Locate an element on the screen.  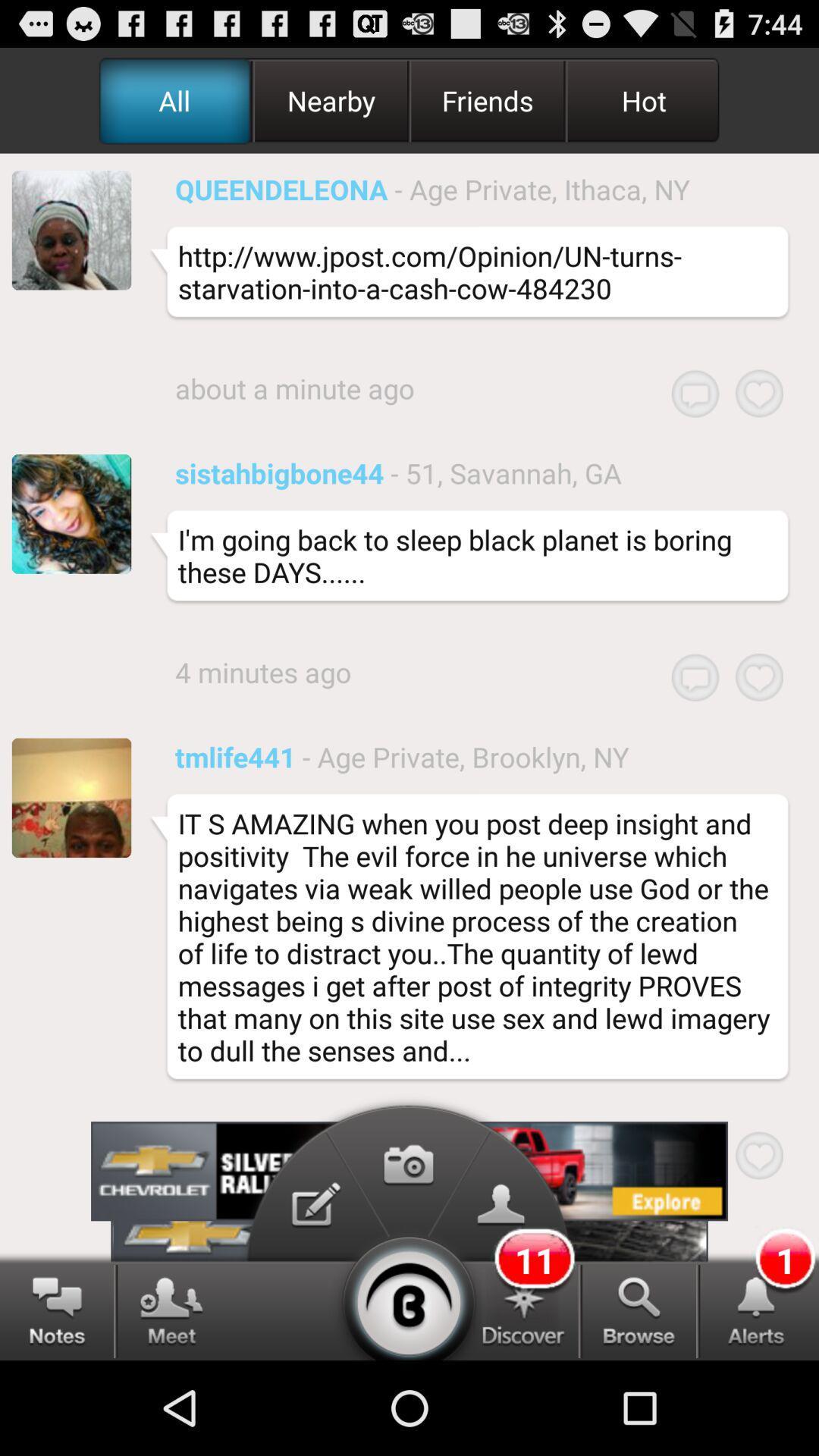
the search icon is located at coordinates (639, 1401).